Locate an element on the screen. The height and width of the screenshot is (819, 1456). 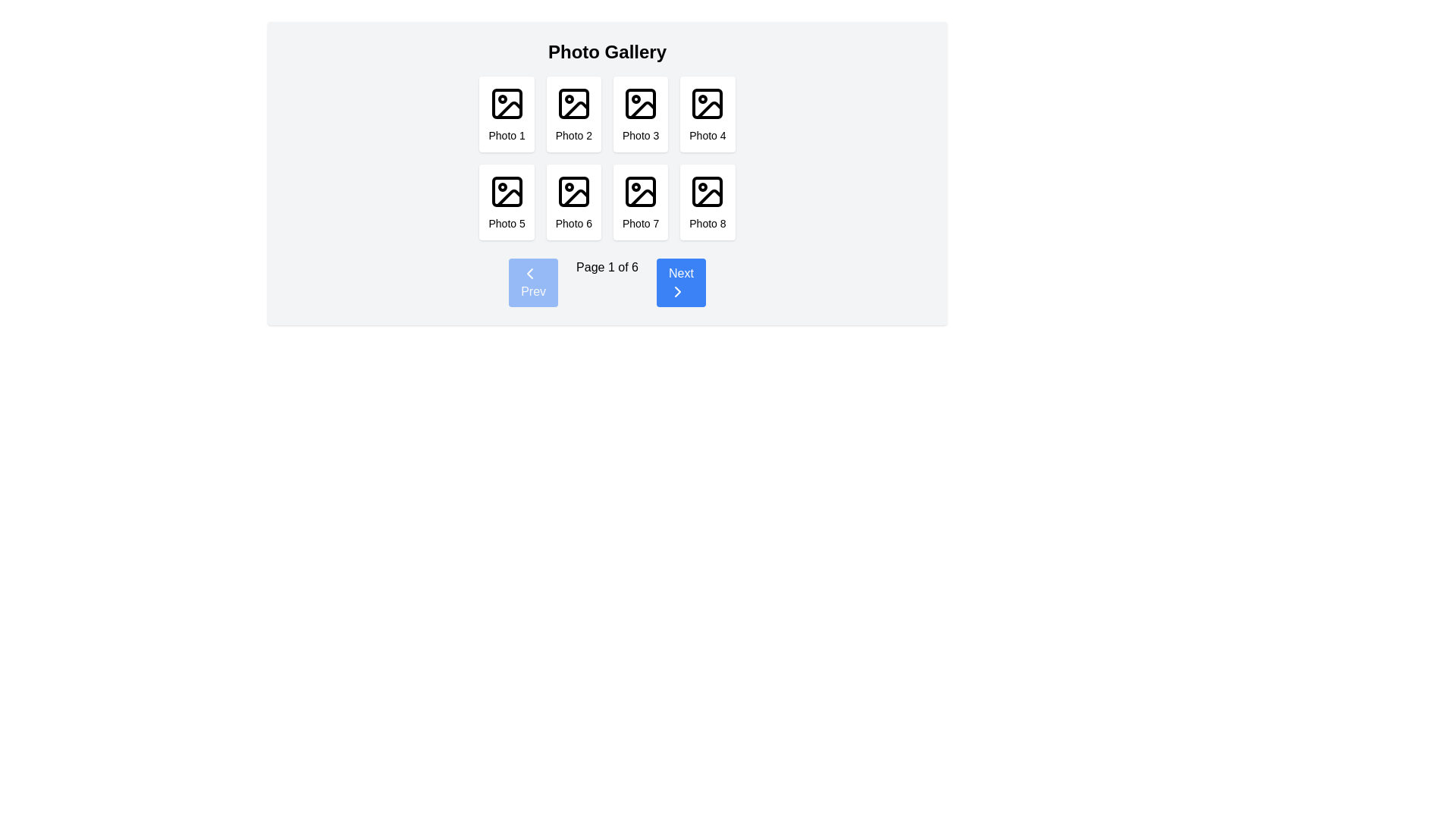
the top-left graphical element of the photo frame icon, which is the first icon in the 'Photo Gallery' section is located at coordinates (507, 103).